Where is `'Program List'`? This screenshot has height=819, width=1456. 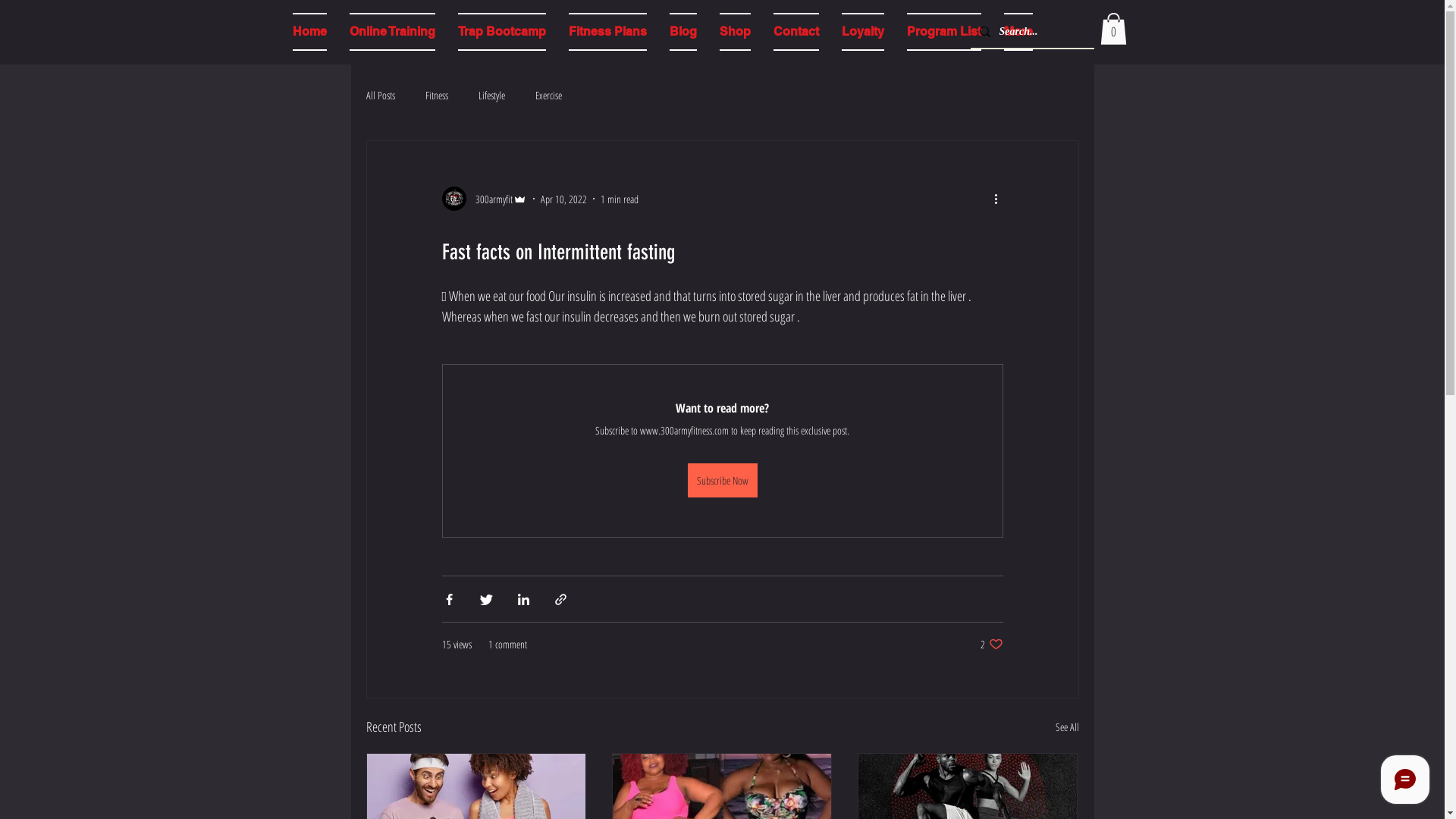
'Program List' is located at coordinates (942, 32).